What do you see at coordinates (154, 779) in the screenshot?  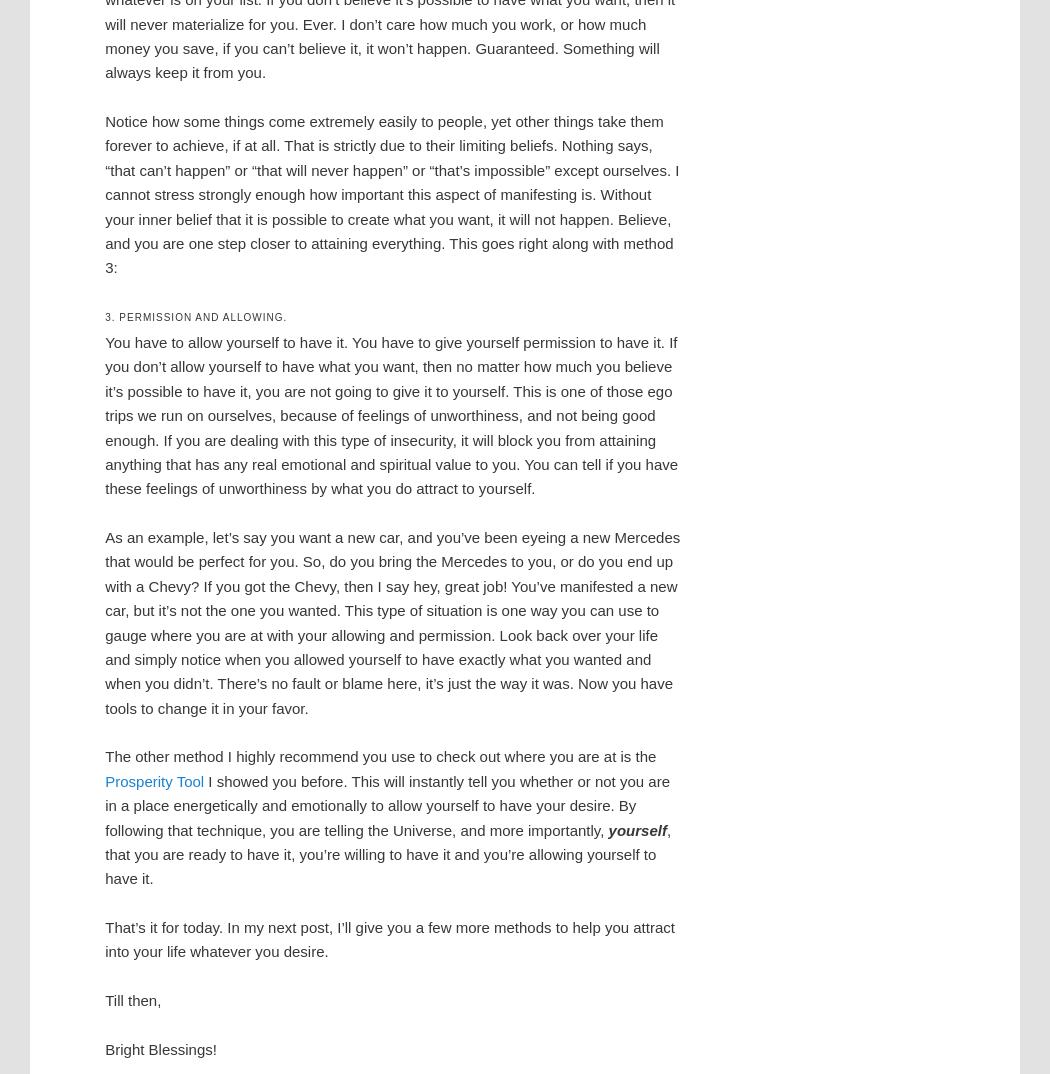 I see `'Prosperity Tool'` at bounding box center [154, 779].